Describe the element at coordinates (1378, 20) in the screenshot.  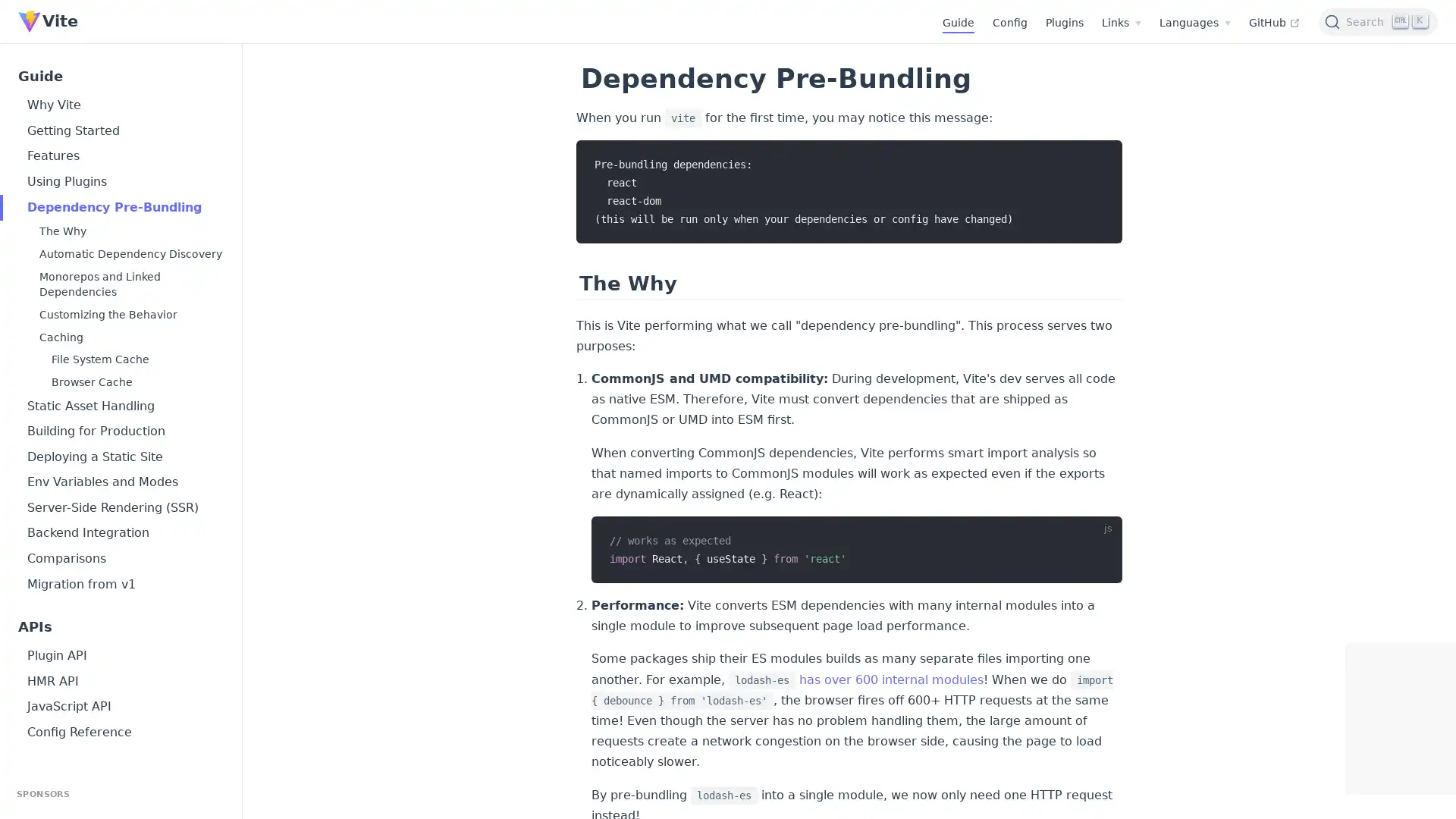
I see `Search` at that location.